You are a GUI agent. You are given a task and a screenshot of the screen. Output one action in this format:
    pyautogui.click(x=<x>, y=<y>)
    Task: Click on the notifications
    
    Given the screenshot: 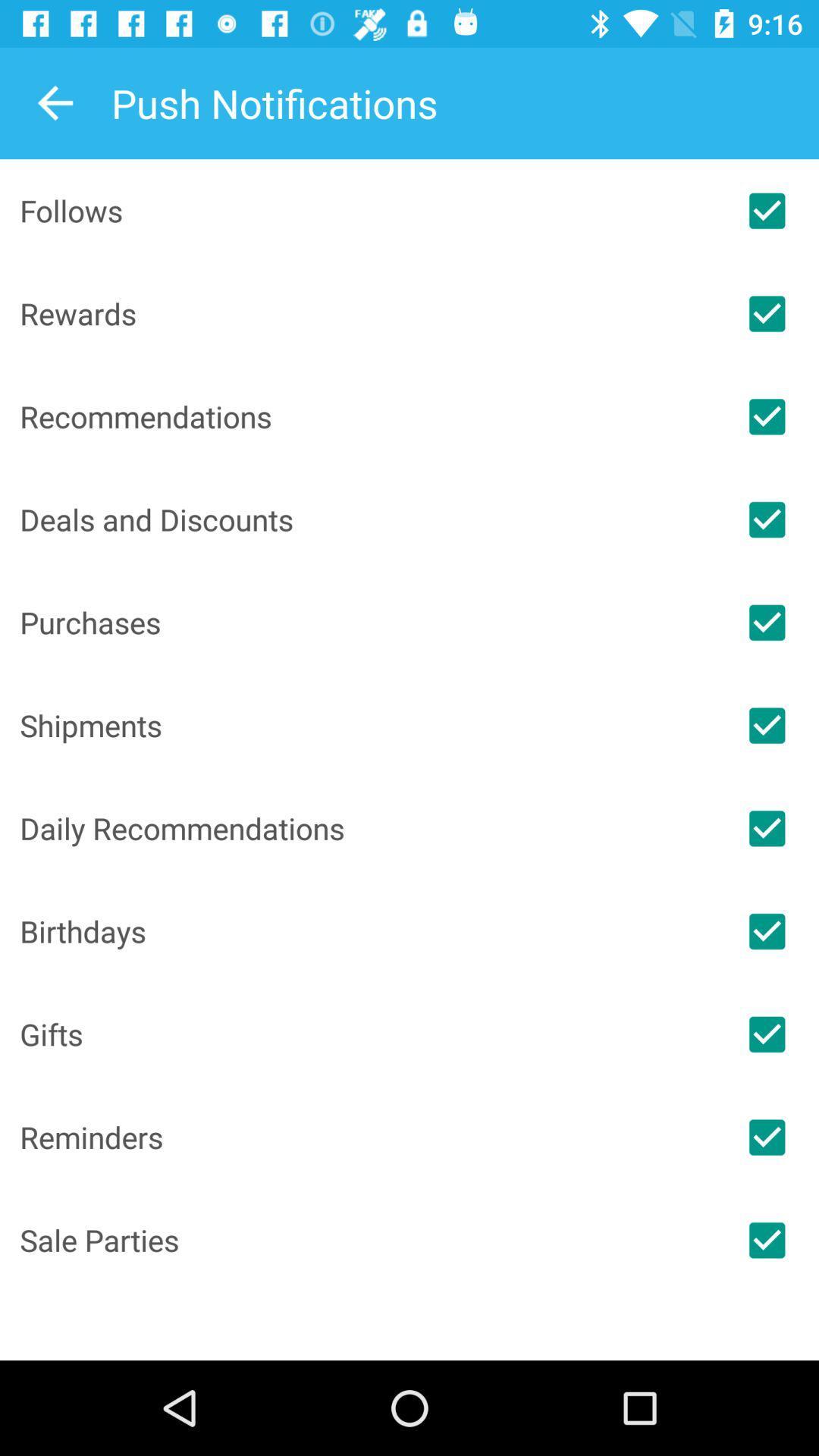 What is the action you would take?
    pyautogui.click(x=767, y=724)
    